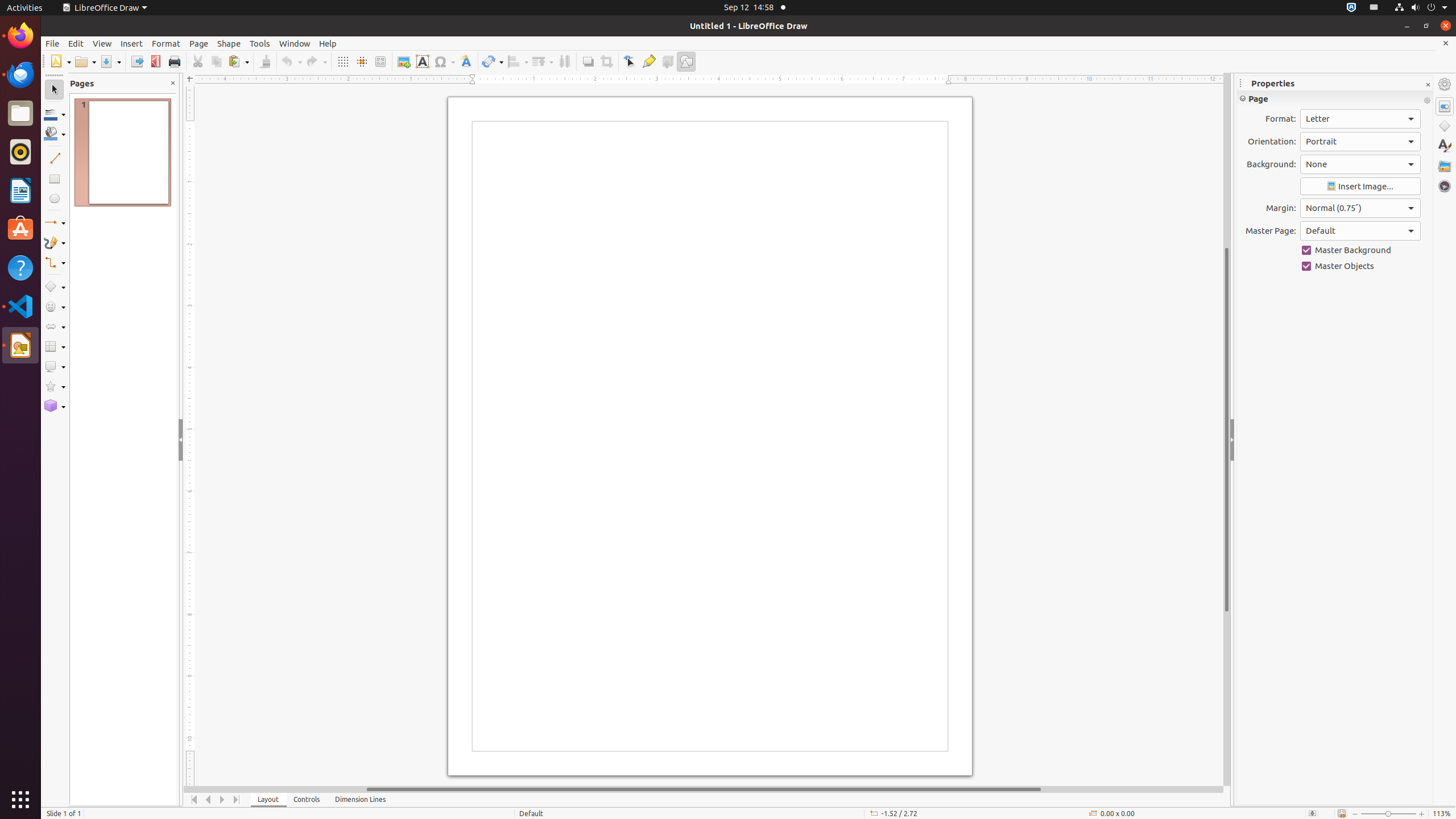 The image size is (1456, 819). I want to click on 'Insert Image', so click(1360, 185).